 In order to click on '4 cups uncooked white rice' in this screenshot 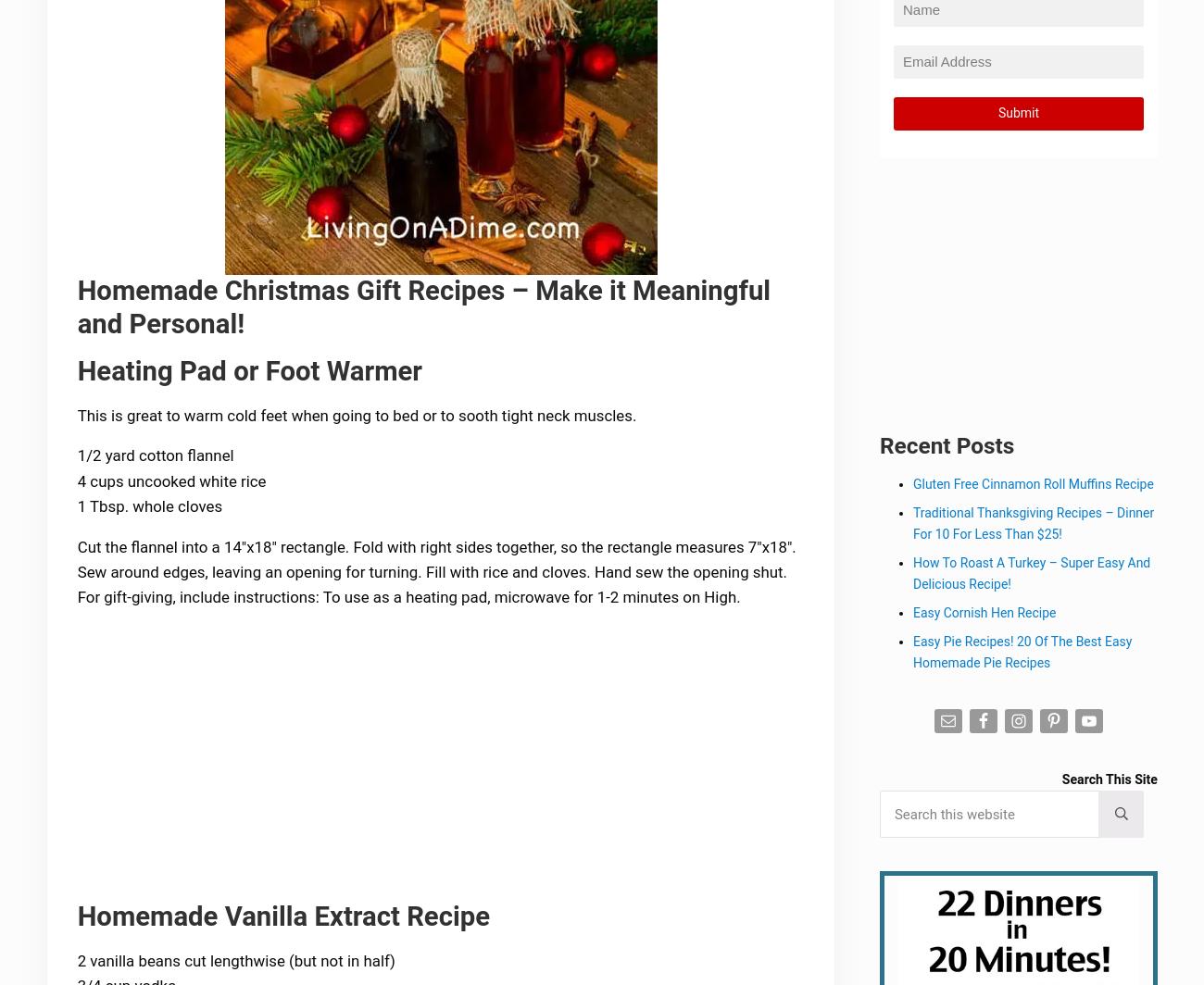, I will do `click(173, 482)`.